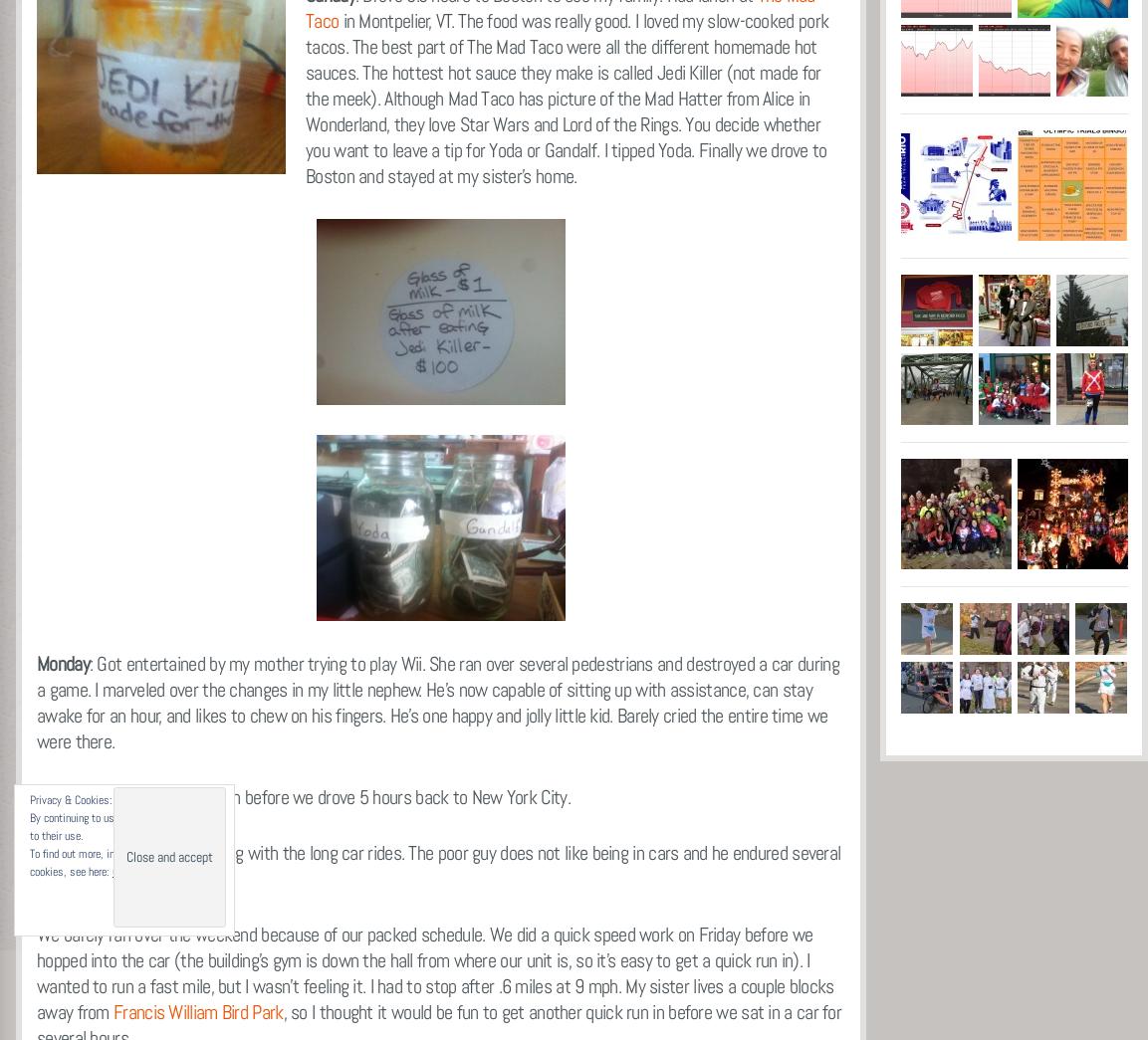 The image size is (1148, 1040). Describe the element at coordinates (437, 700) in the screenshot. I see `': Got entertained by my mother trying to play Wii. She ran over several pedestrians and destroyed a car during a game. I marveled over the changes in my little nephew. He’s now capable of sitting up with assistance, can stay awake for an hour, and likes to chew on his fingers. He’s one happy and jolly little kid. Barely cried the entire time we were there.'` at that location.